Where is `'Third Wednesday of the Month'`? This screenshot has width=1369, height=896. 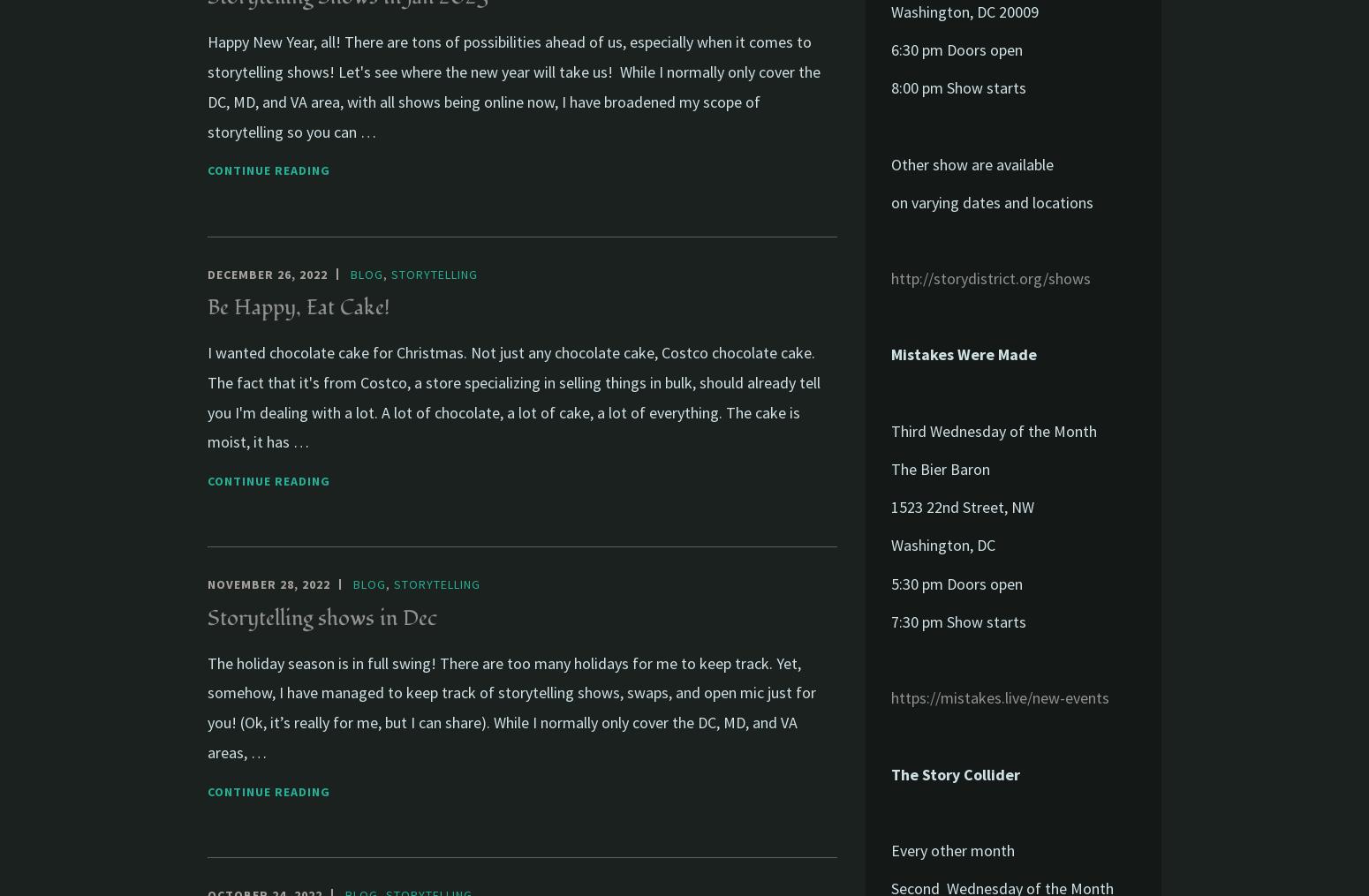
'Third Wednesday of the Month' is located at coordinates (993, 429).